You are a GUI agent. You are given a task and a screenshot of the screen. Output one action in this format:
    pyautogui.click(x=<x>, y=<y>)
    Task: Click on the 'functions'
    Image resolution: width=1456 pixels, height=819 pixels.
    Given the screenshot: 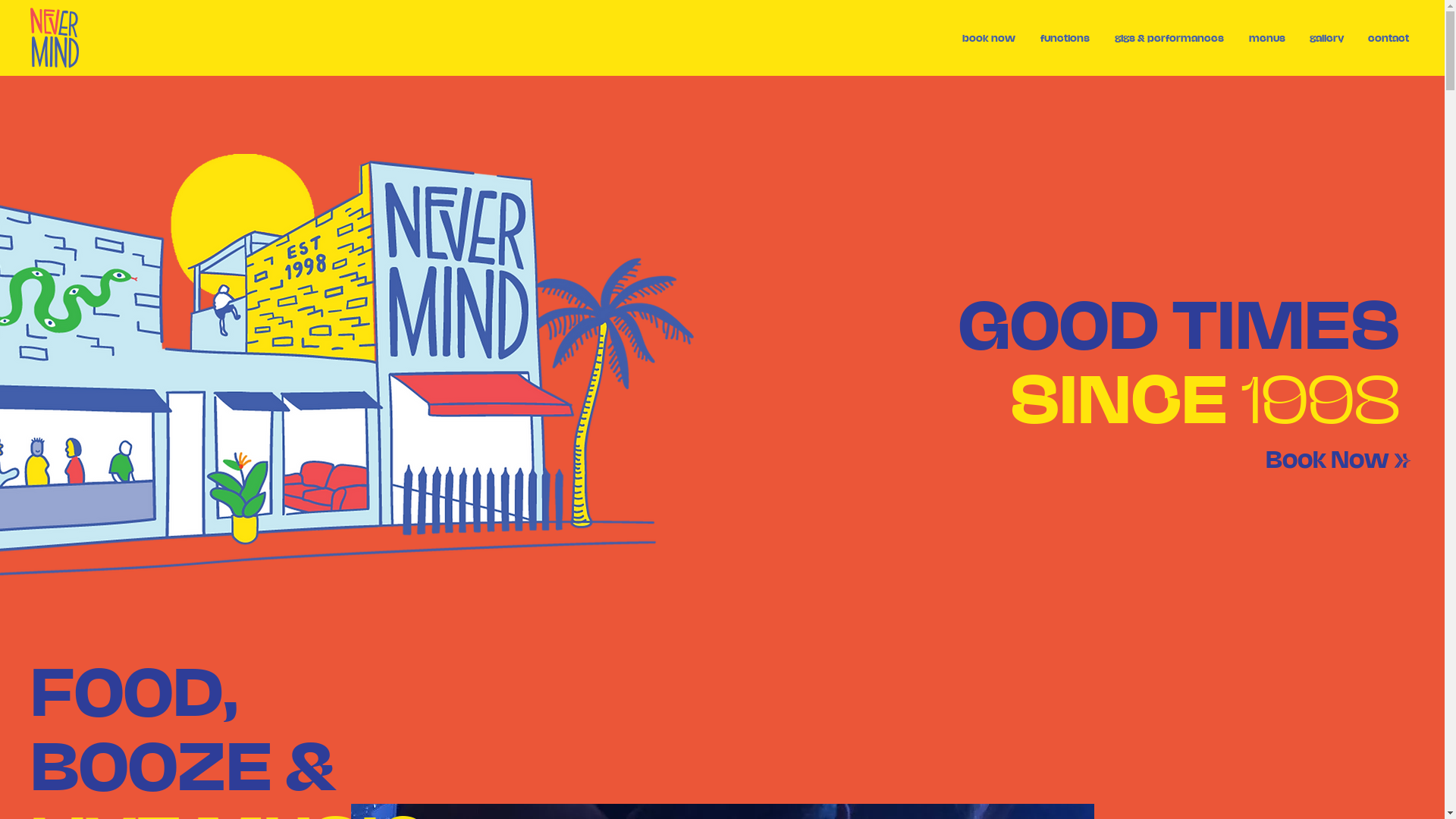 What is the action you would take?
    pyautogui.click(x=1063, y=36)
    